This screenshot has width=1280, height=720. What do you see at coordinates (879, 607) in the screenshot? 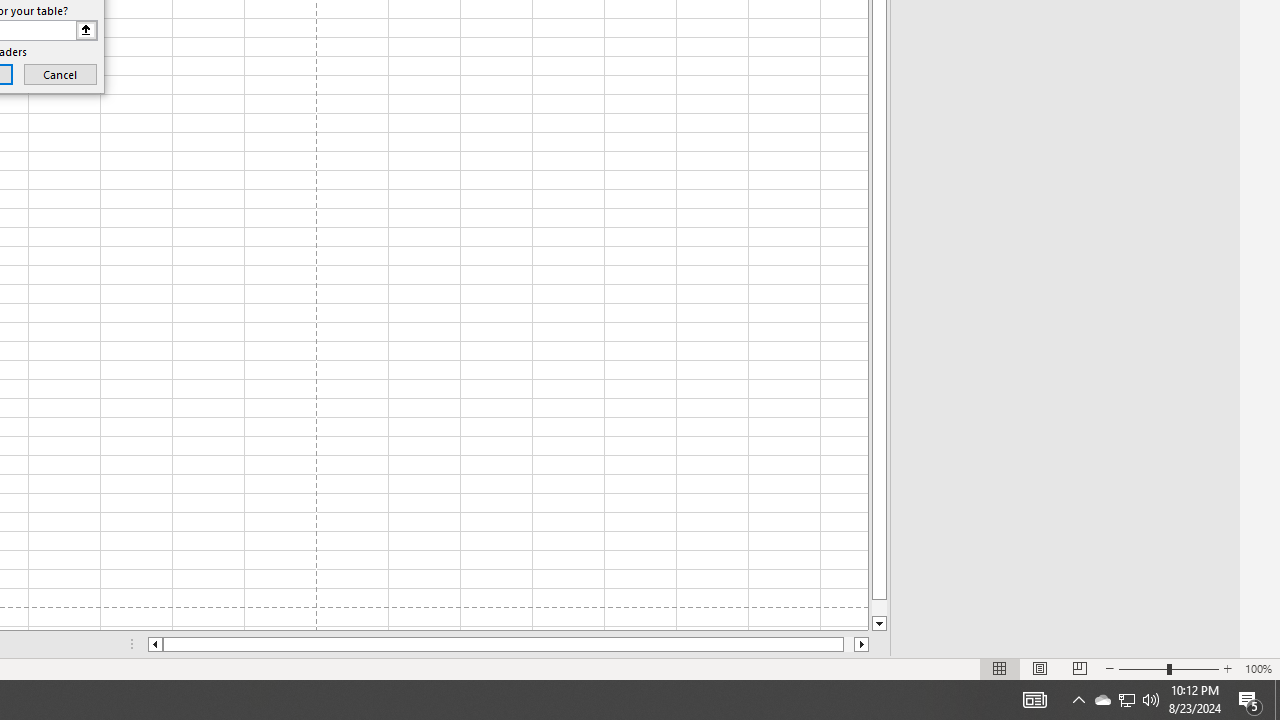
I see `'Page down'` at bounding box center [879, 607].